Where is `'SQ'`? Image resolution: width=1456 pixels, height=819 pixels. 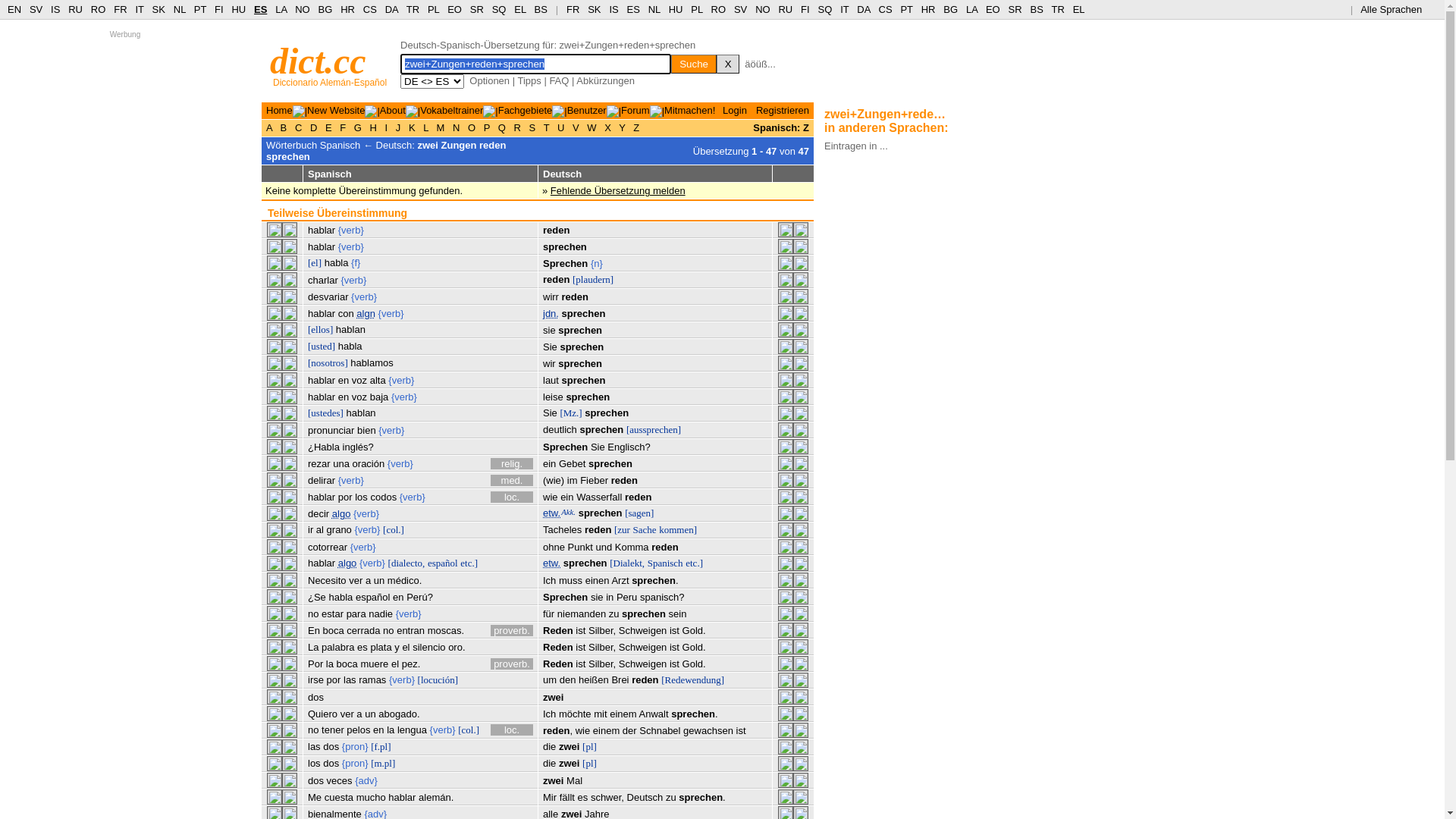 'SQ' is located at coordinates (499, 9).